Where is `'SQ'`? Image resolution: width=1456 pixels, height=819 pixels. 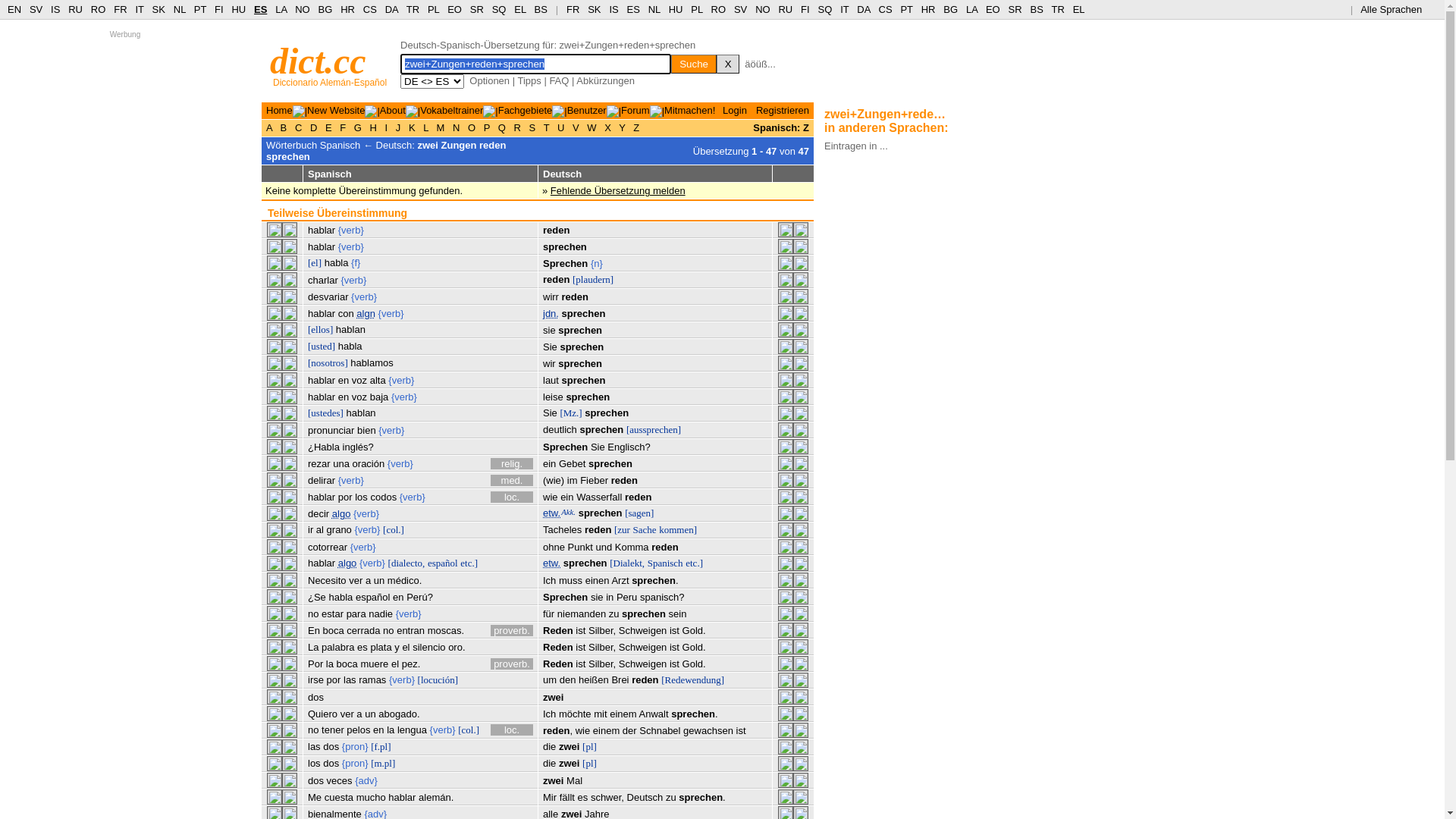 'SQ' is located at coordinates (499, 9).